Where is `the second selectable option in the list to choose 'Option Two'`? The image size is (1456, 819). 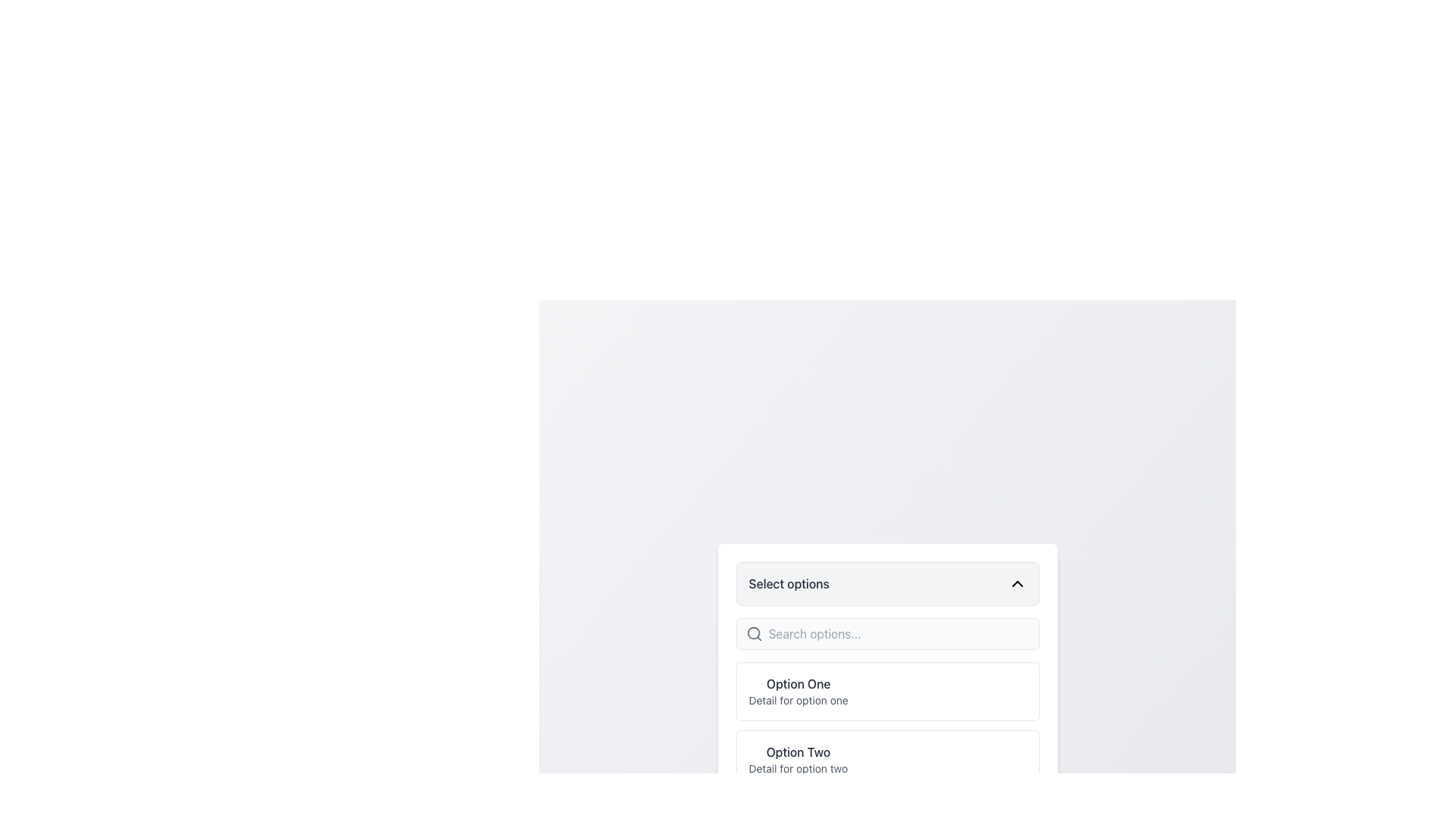
the second selectable option in the list to choose 'Option Two' is located at coordinates (887, 760).